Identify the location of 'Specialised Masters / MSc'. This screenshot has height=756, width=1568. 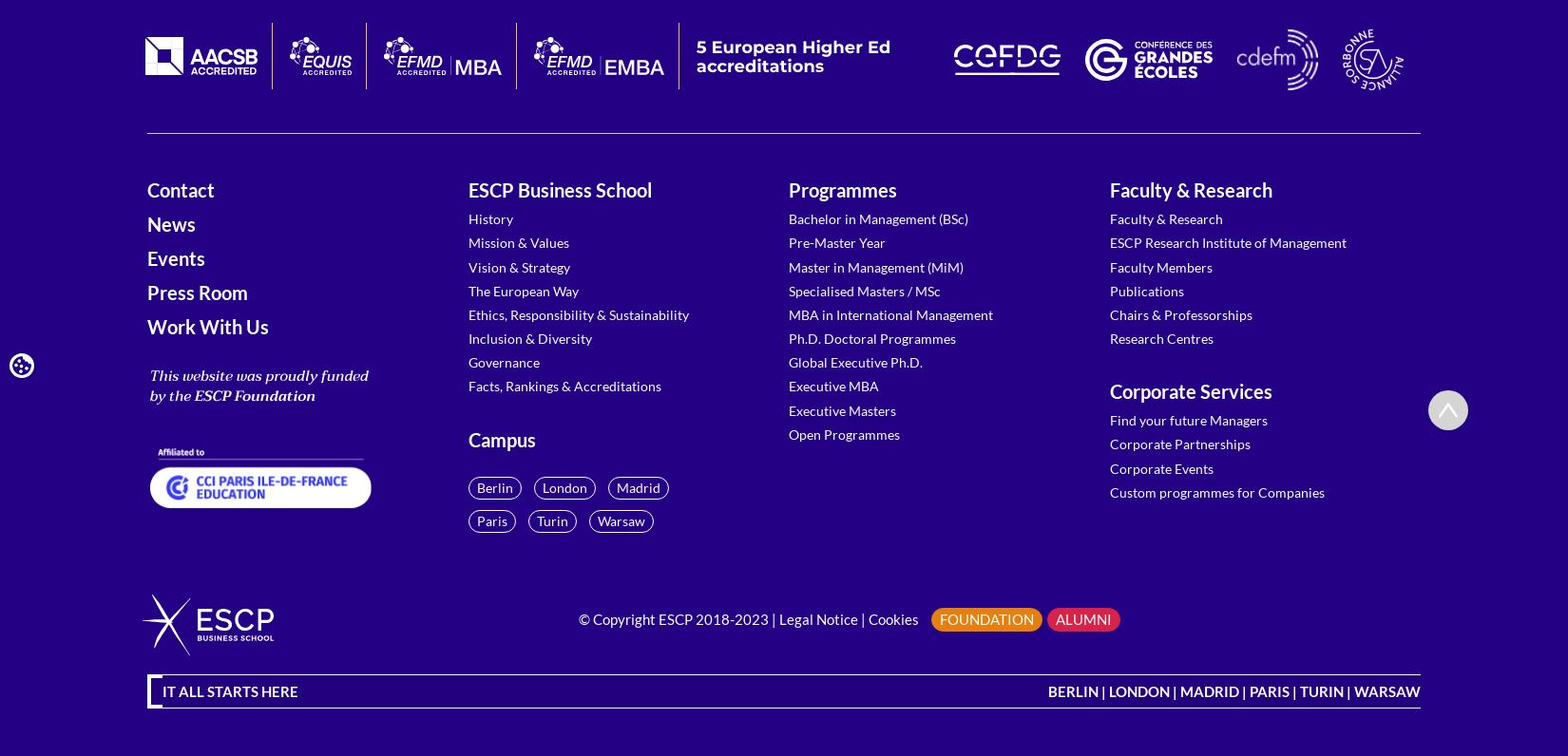
(864, 290).